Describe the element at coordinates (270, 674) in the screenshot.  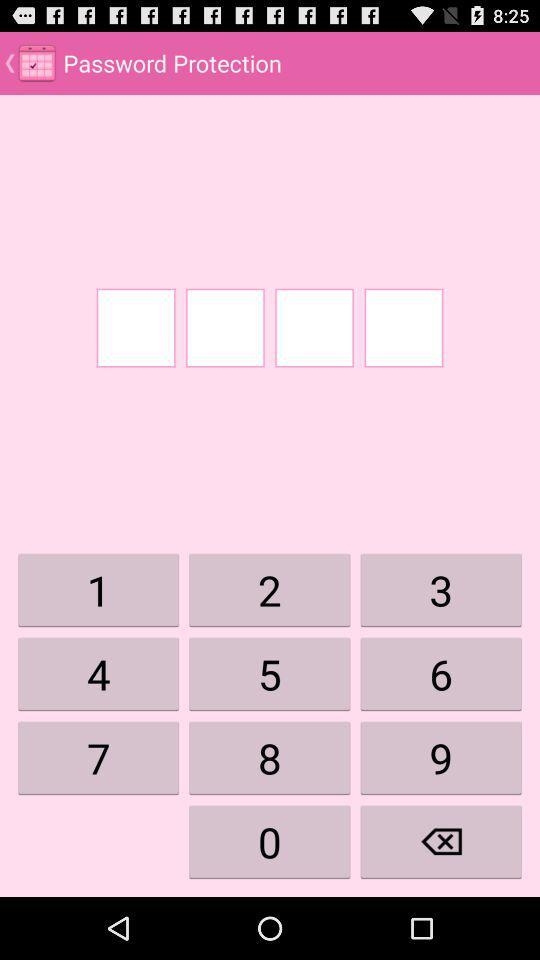
I see `the digit 5` at that location.